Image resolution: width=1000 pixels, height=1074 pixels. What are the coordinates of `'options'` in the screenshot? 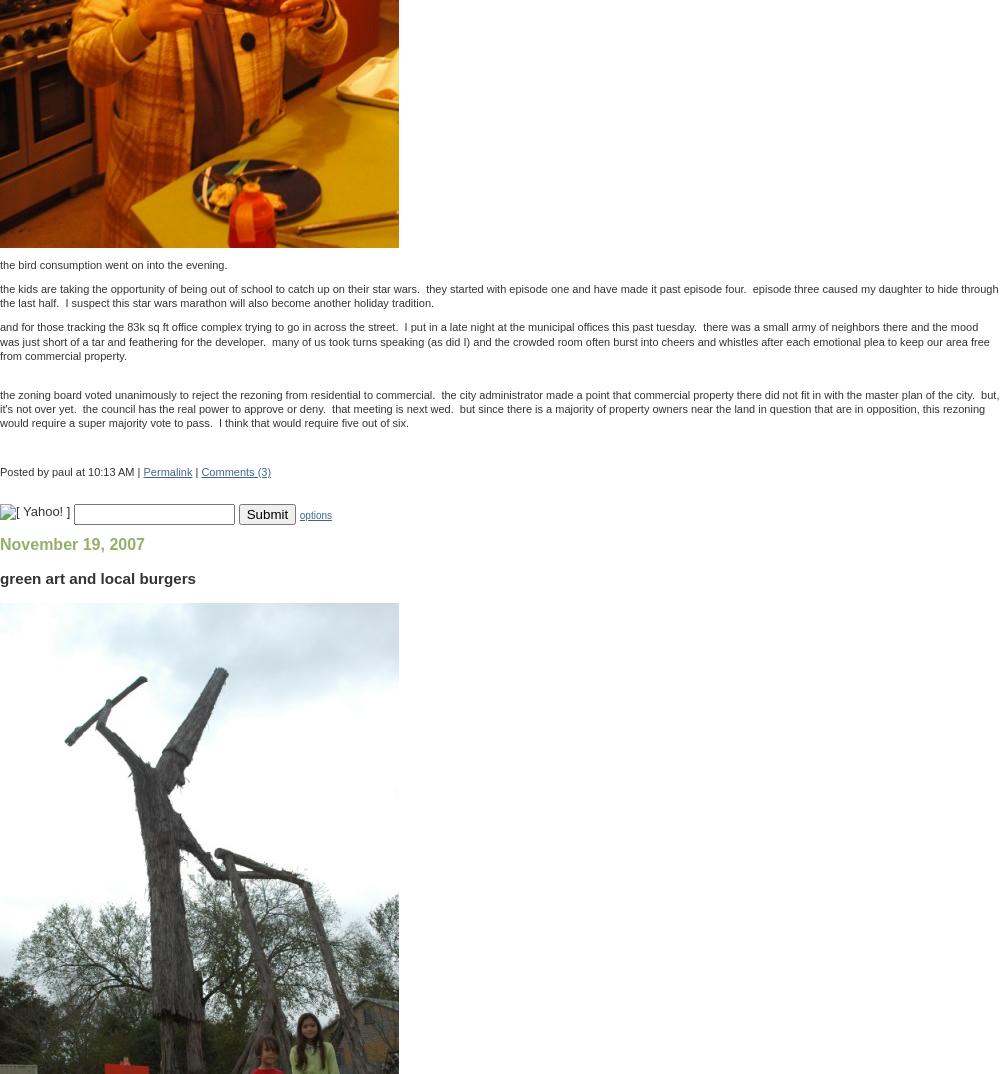 It's located at (314, 515).